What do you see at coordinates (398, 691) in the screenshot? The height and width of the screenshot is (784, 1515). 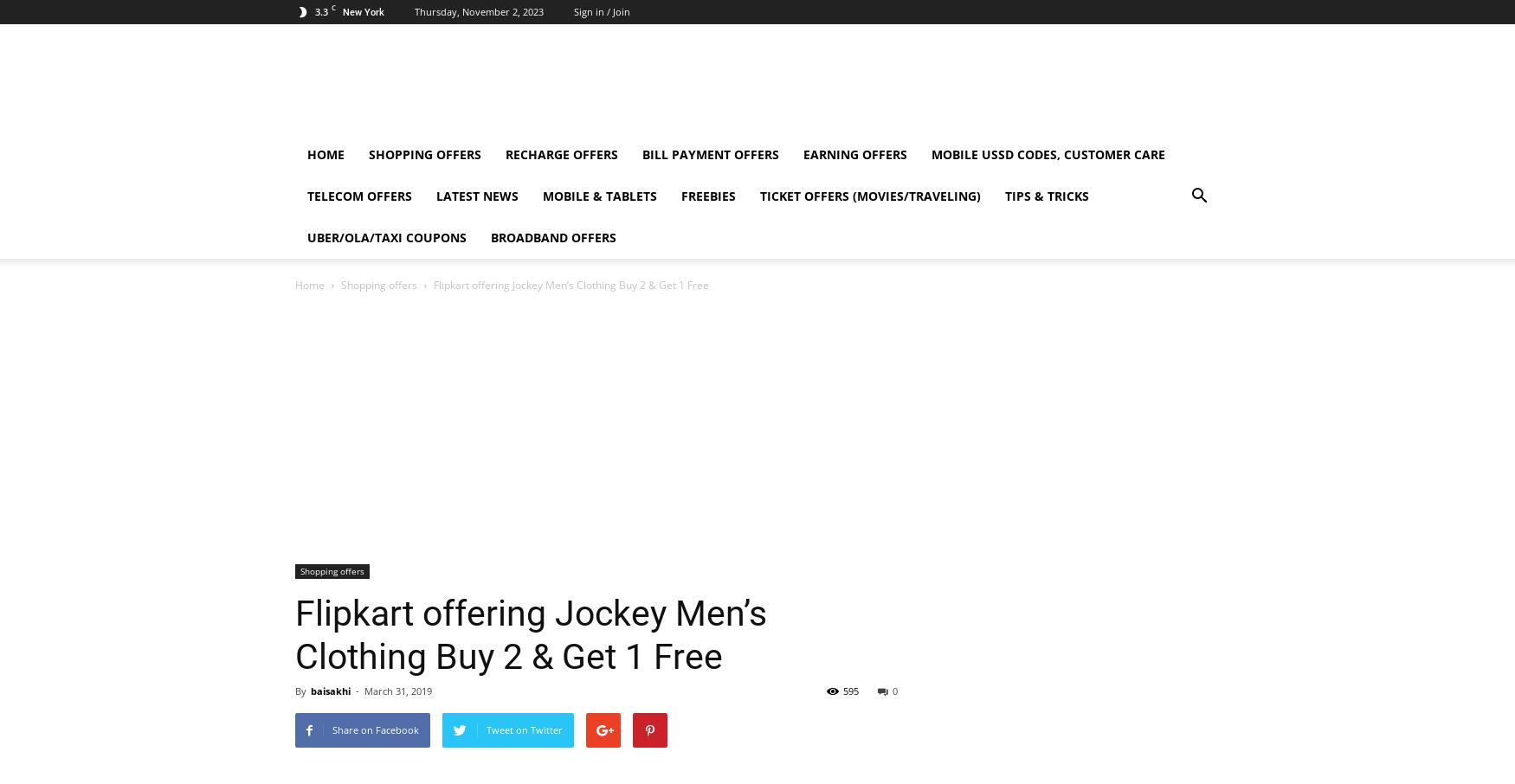 I see `'March 31, 2019'` at bounding box center [398, 691].